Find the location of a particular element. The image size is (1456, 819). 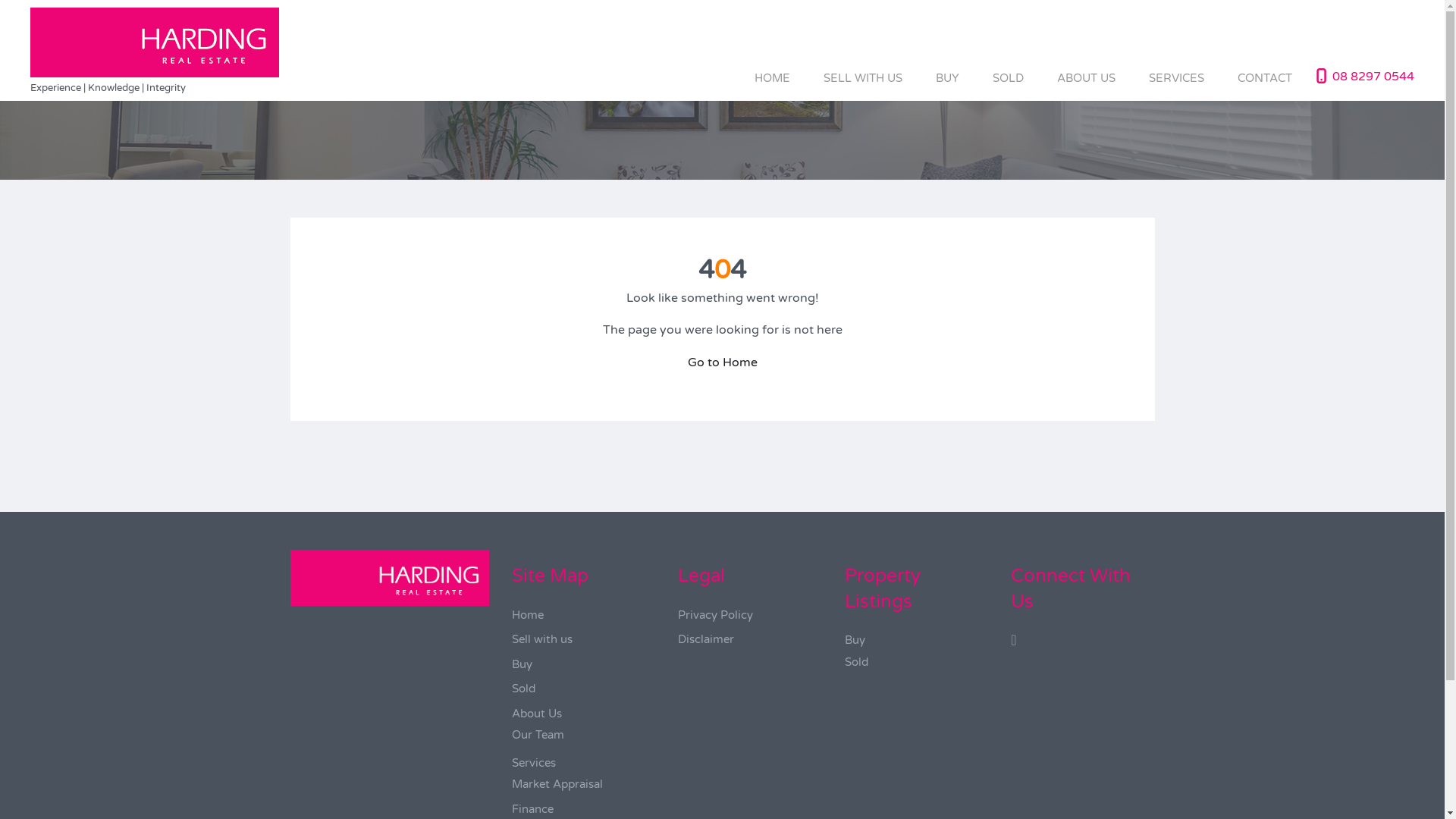

'Buy' is located at coordinates (855, 640).